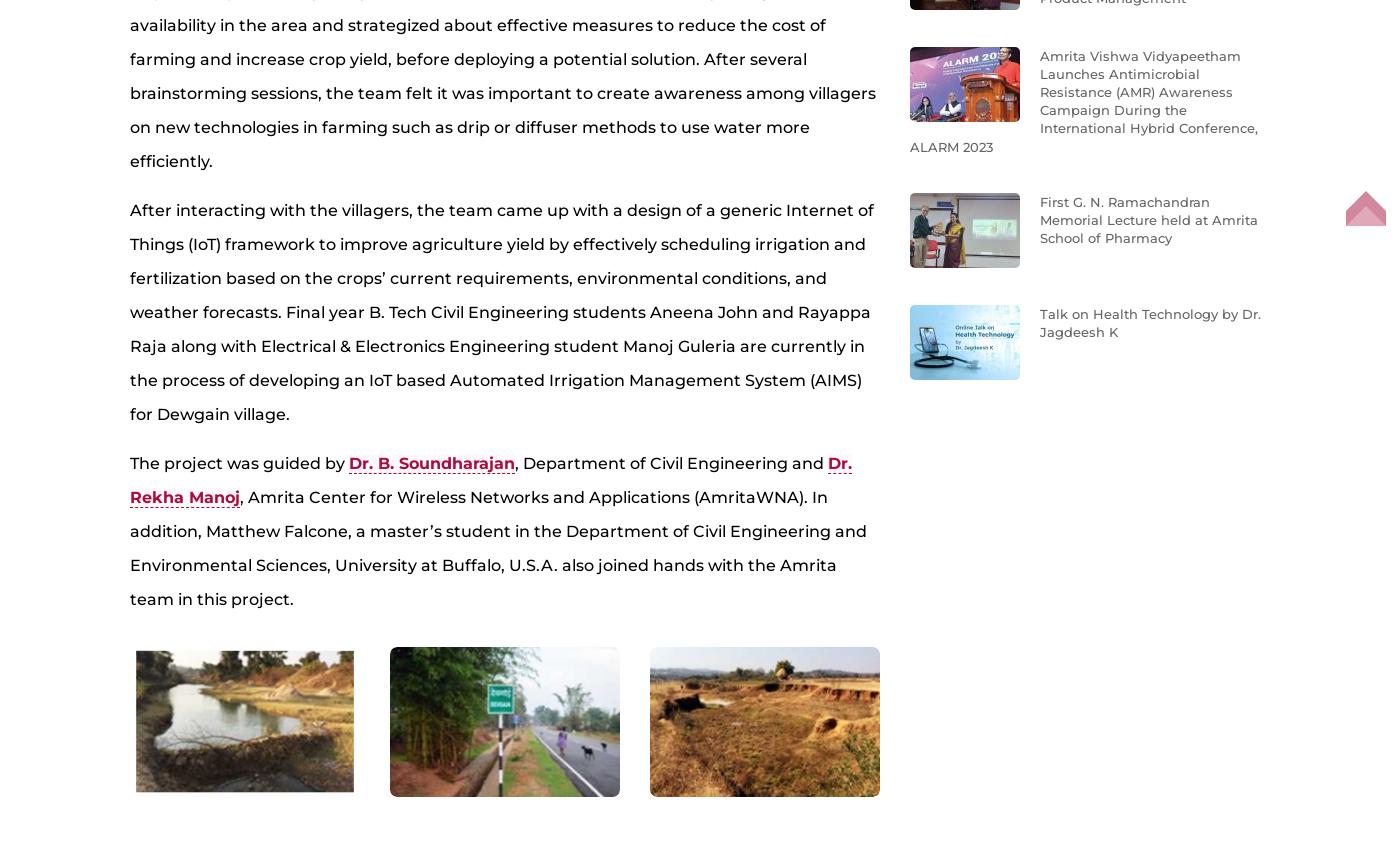  Describe the element at coordinates (1040, 219) in the screenshot. I see `'First G. N. Ramachandran Memorial Lecture held at Amrita School of Pharmacy'` at that location.